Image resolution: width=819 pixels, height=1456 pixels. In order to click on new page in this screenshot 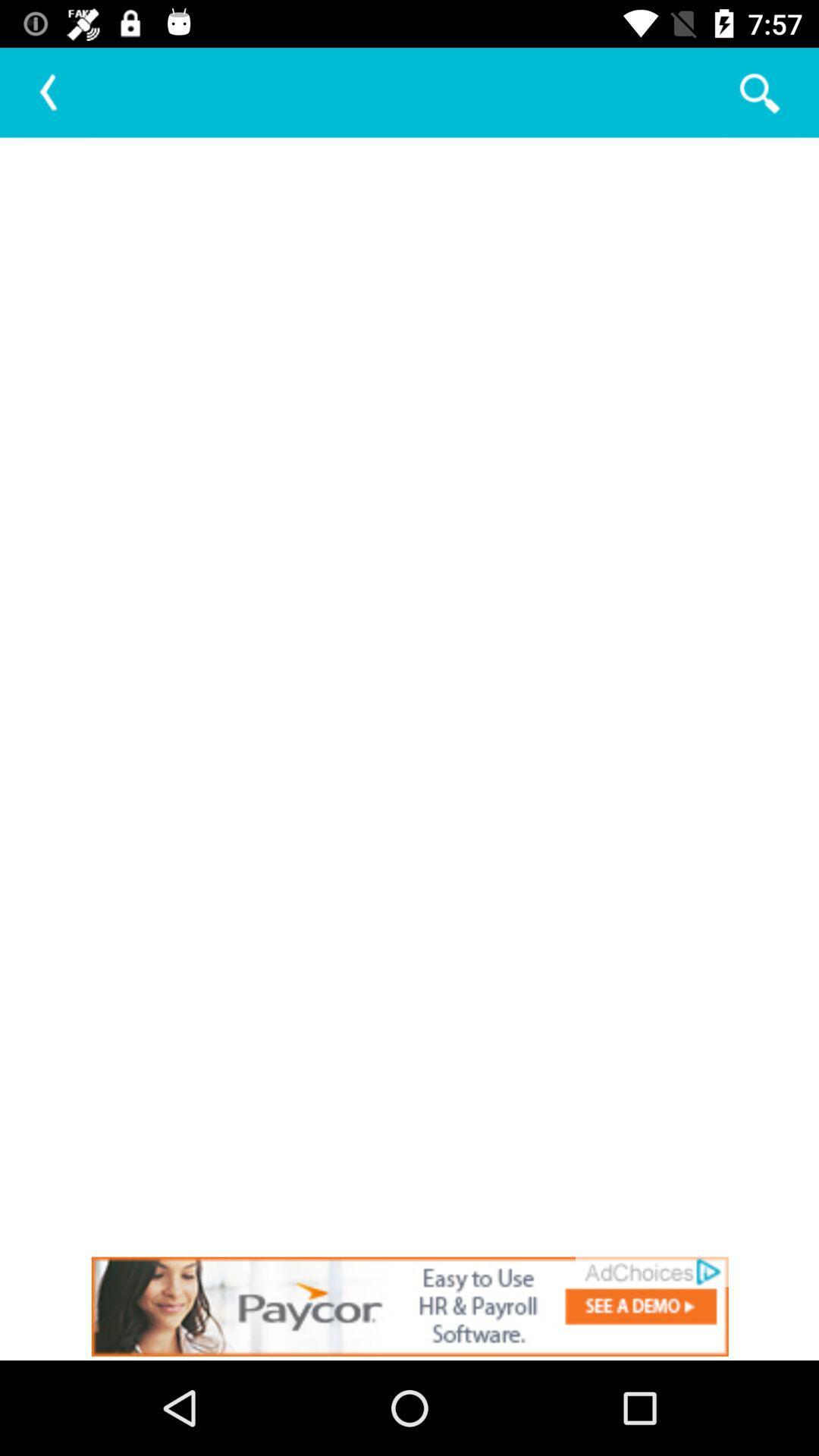, I will do `click(409, 694)`.